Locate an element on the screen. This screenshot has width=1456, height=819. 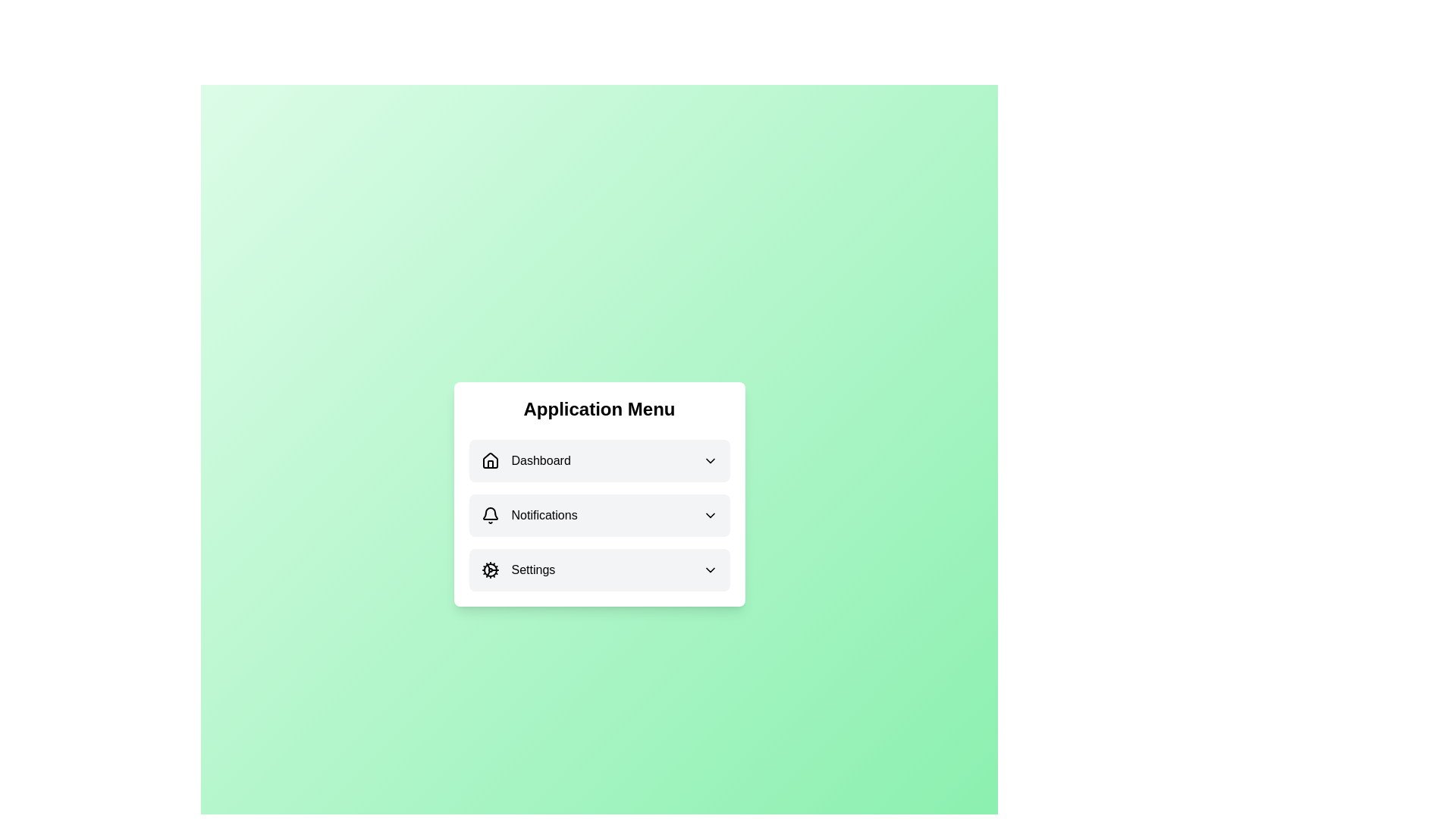
the downwards-pointing chevron icon on the far-right side of the 'Dashboard' component is located at coordinates (709, 460).